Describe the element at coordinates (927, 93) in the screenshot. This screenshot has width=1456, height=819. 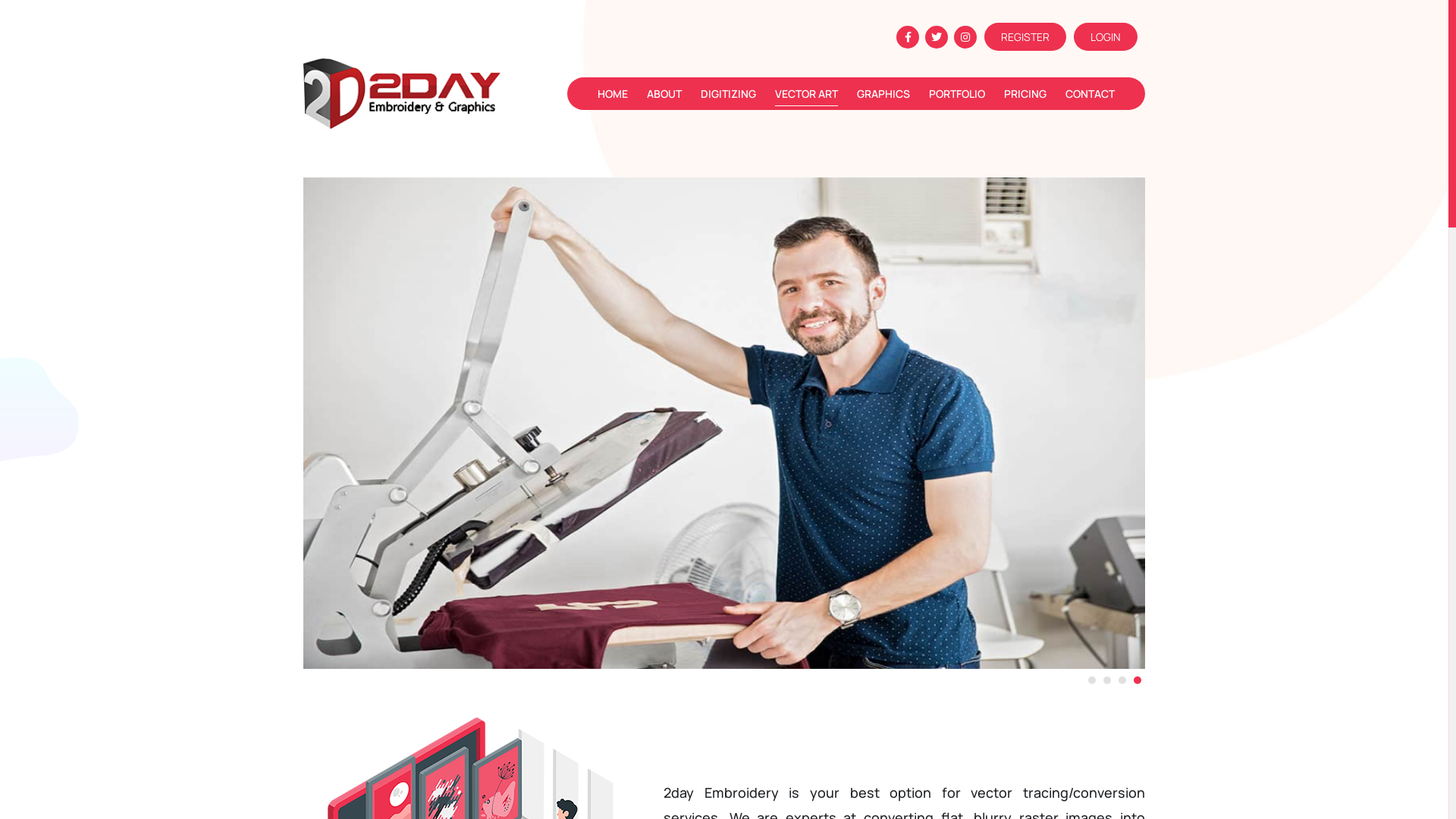
I see `'PORTFOLIO'` at that location.